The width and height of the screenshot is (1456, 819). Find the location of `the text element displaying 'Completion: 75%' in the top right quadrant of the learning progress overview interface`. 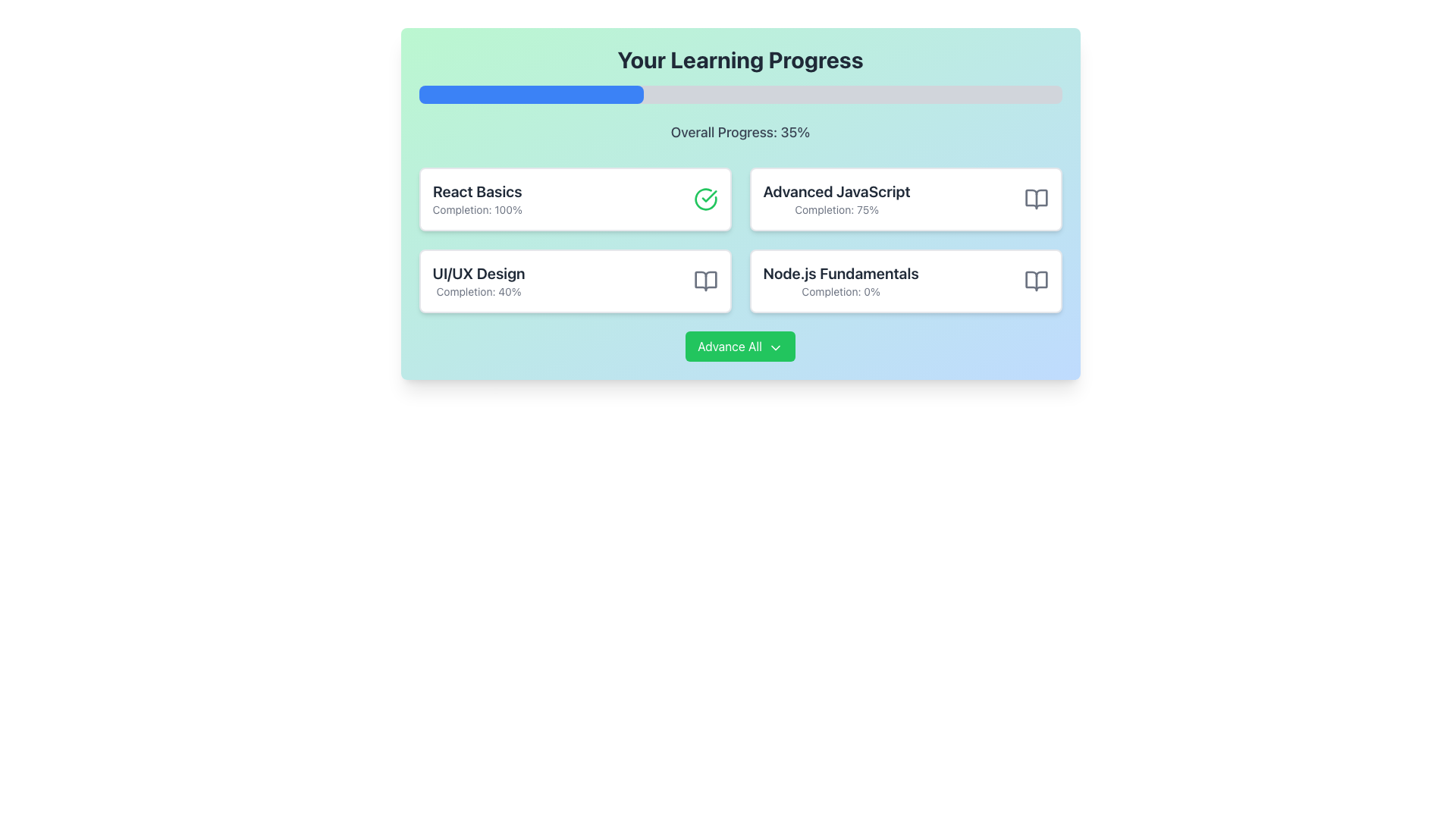

the text element displaying 'Completion: 75%' in the top right quadrant of the learning progress overview interface is located at coordinates (836, 191).